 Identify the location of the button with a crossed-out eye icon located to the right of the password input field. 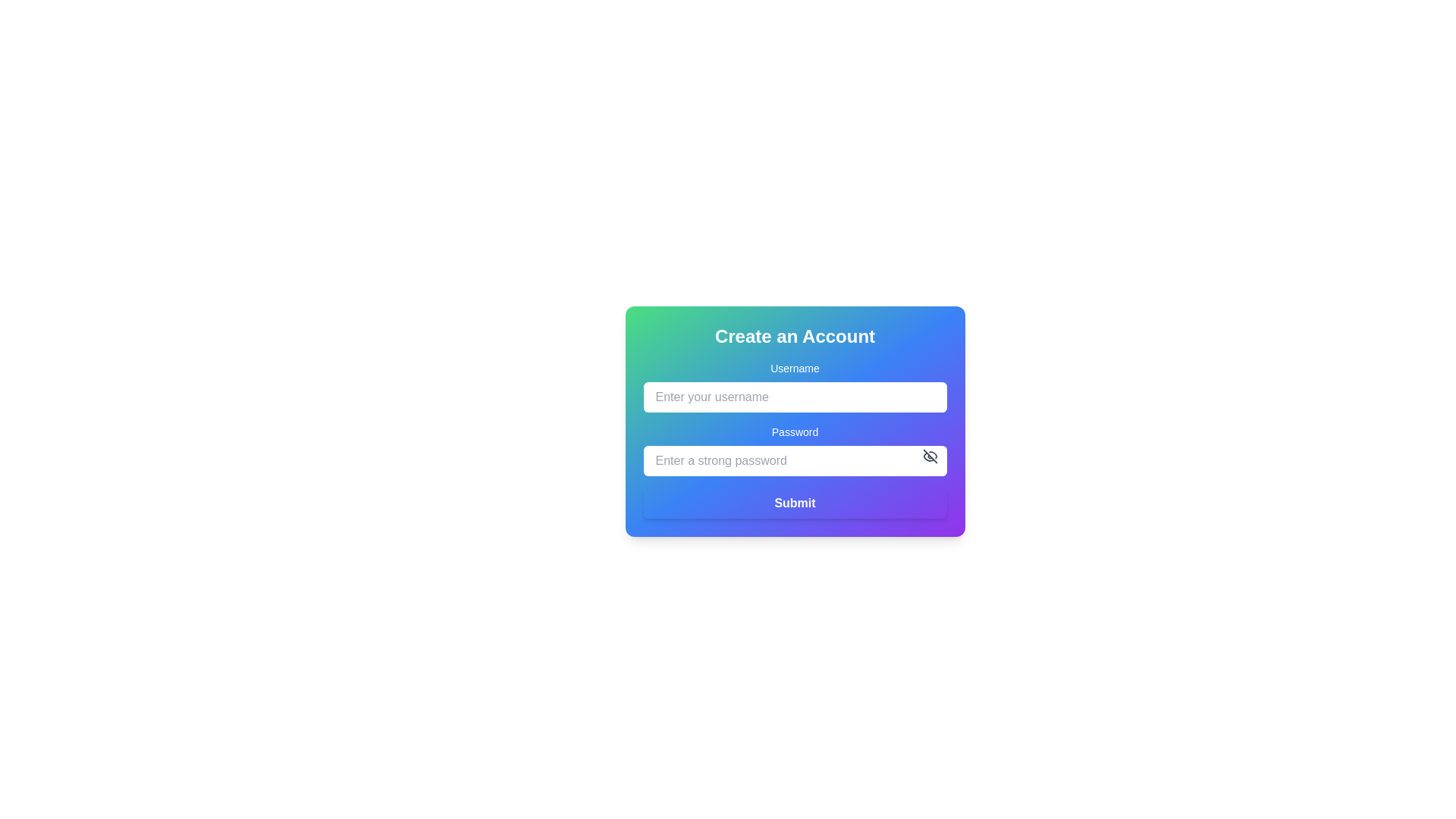
(929, 455).